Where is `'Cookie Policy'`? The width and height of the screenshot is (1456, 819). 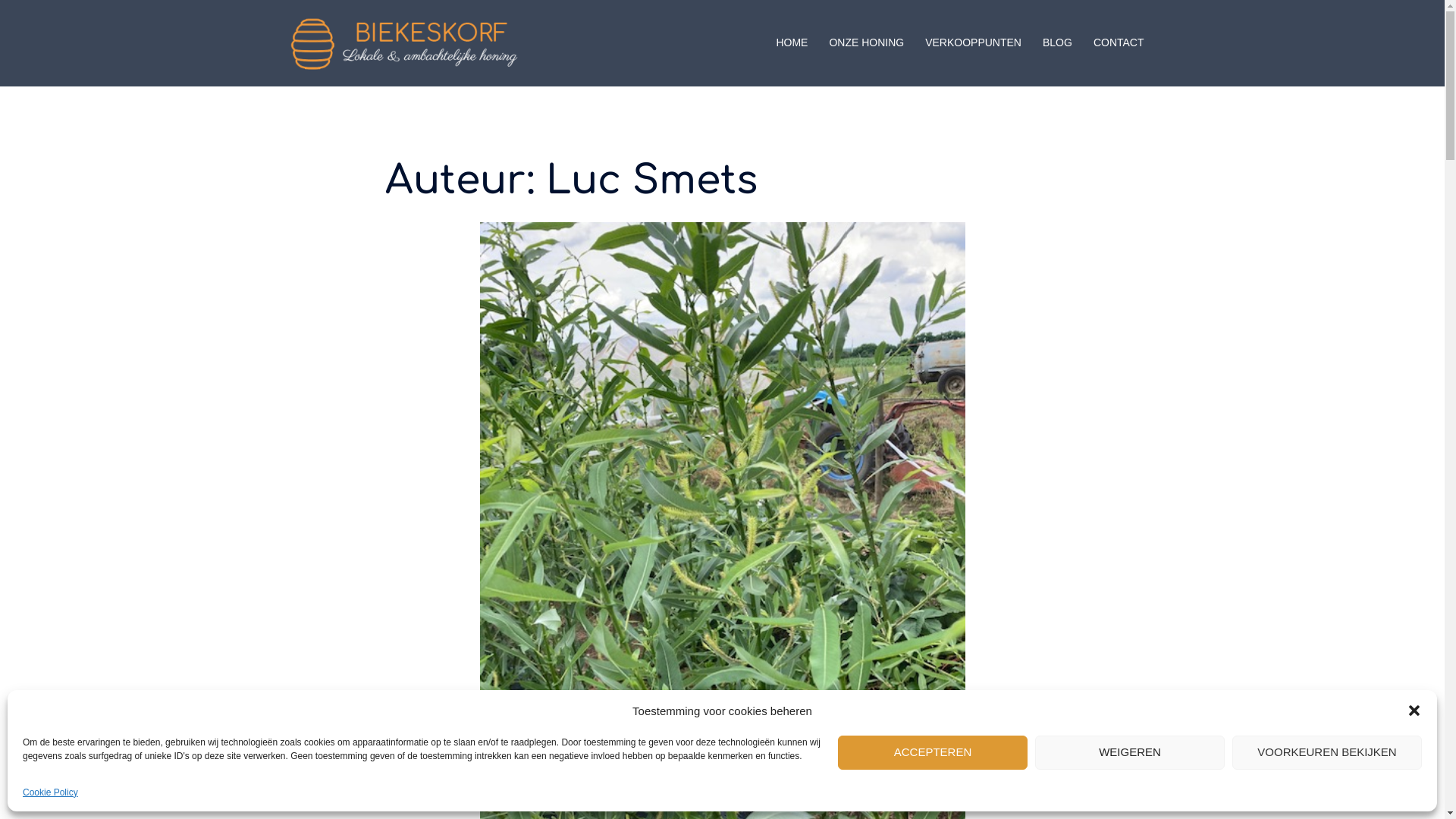 'Cookie Policy' is located at coordinates (50, 792).